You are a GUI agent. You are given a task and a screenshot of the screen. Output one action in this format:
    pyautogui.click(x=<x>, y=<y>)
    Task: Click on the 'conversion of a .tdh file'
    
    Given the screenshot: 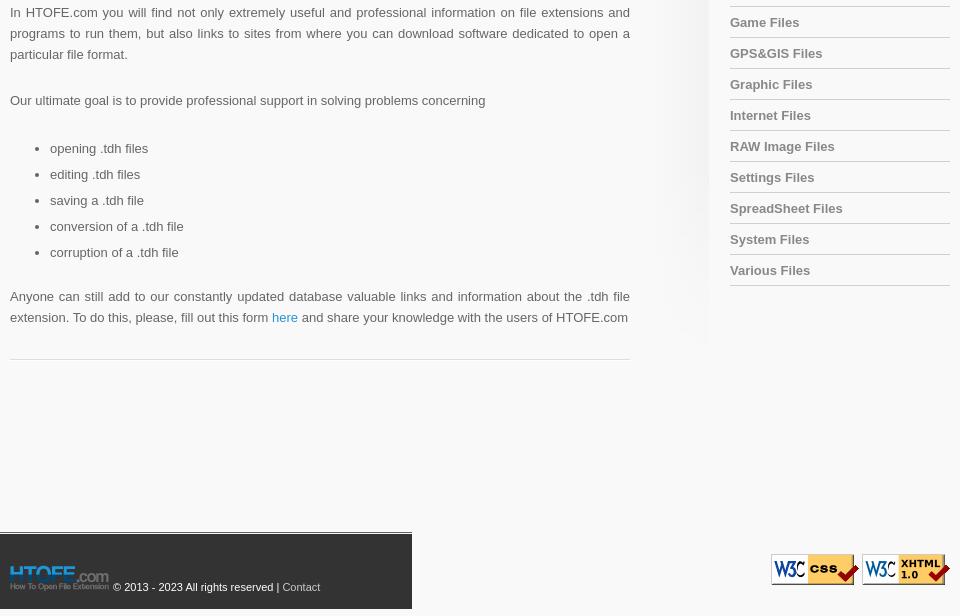 What is the action you would take?
    pyautogui.click(x=49, y=225)
    